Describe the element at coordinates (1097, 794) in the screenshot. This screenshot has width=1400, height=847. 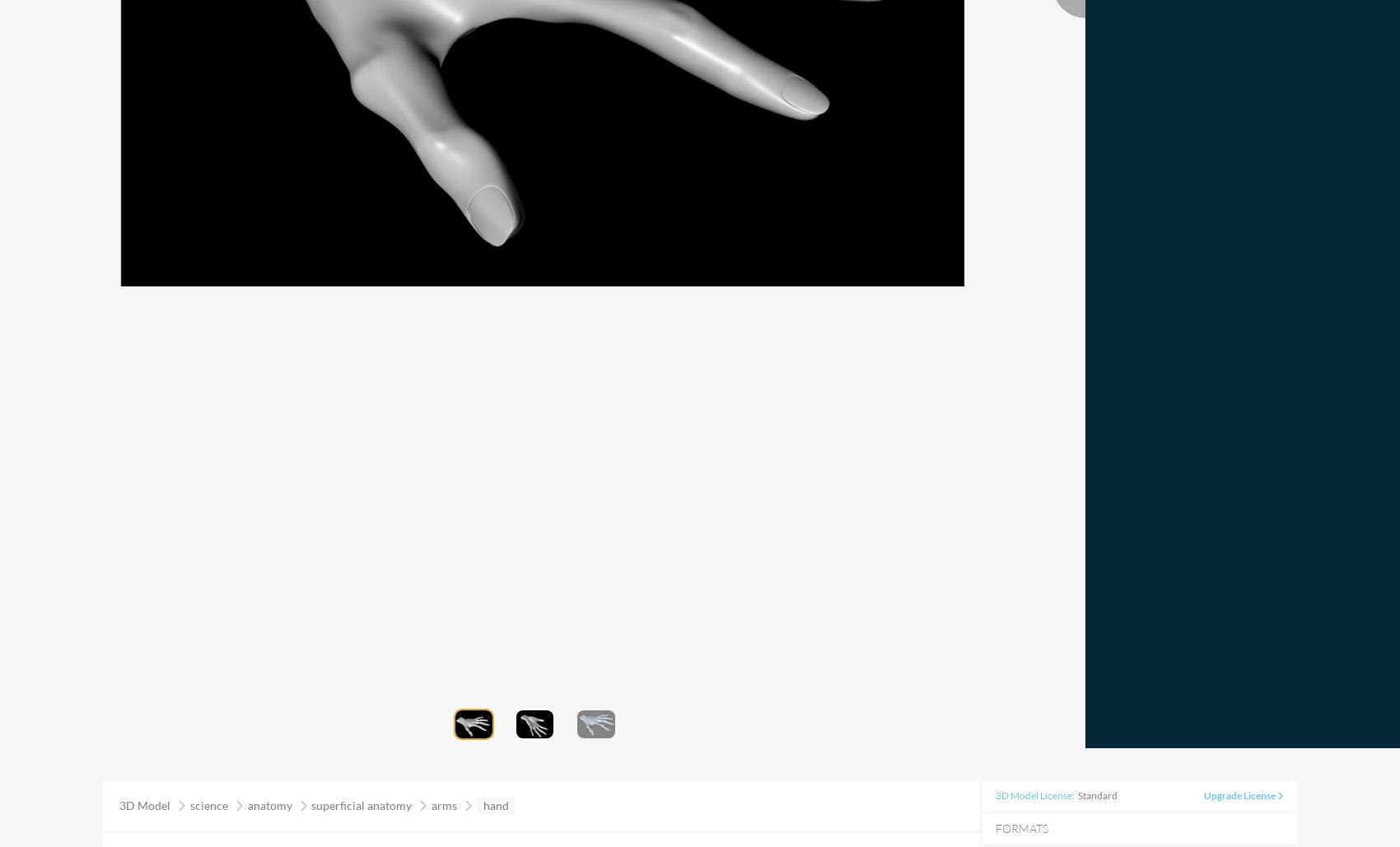
I see `'Standard'` at that location.